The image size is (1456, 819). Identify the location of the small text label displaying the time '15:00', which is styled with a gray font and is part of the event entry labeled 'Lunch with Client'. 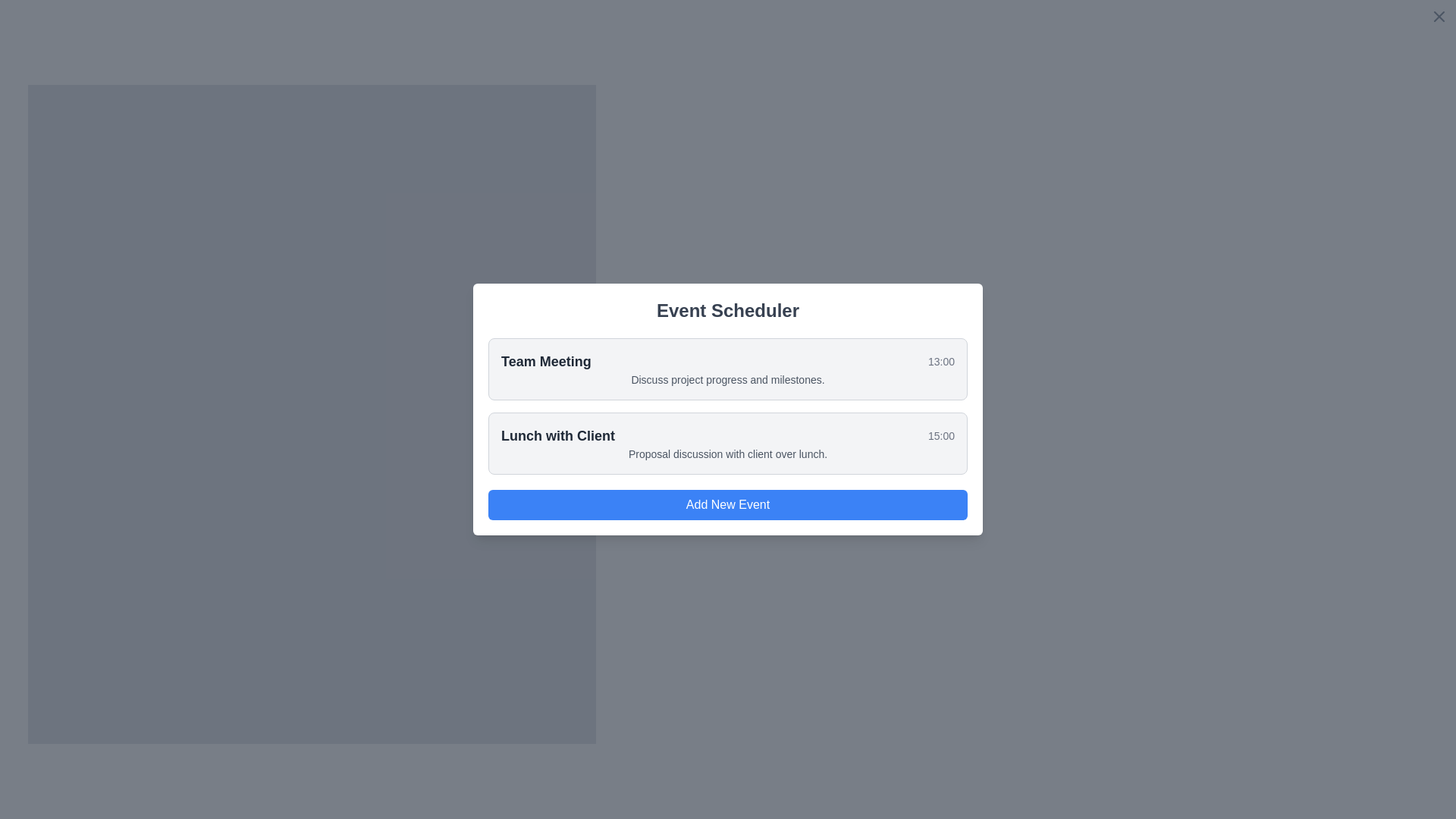
(940, 435).